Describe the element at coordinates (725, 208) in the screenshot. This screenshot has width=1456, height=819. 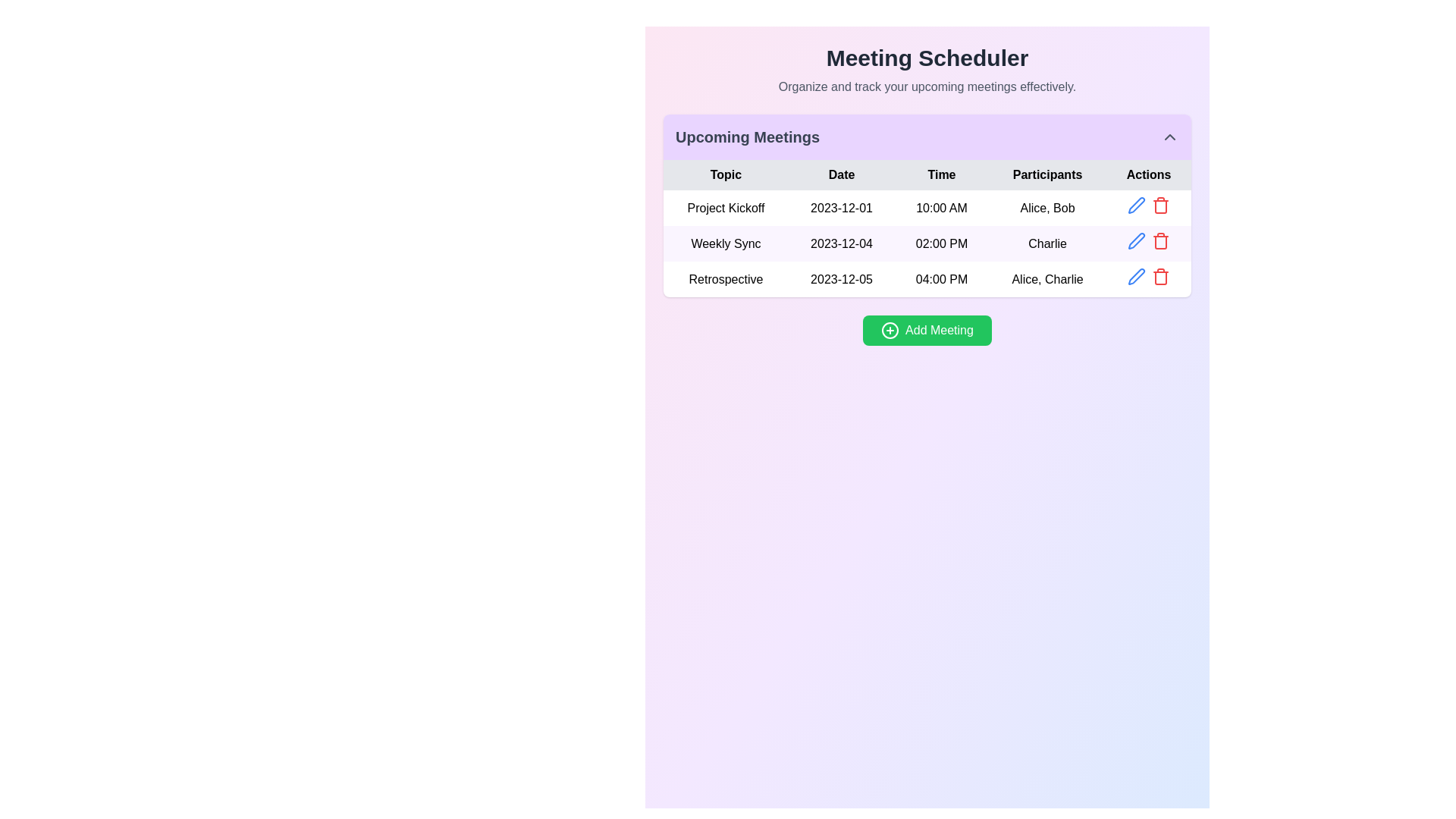
I see `the static text element displaying 'Project Kickoff' in bold black font located in the 'Topic' column of the 'Upcoming Meetings' tabular layout` at that location.